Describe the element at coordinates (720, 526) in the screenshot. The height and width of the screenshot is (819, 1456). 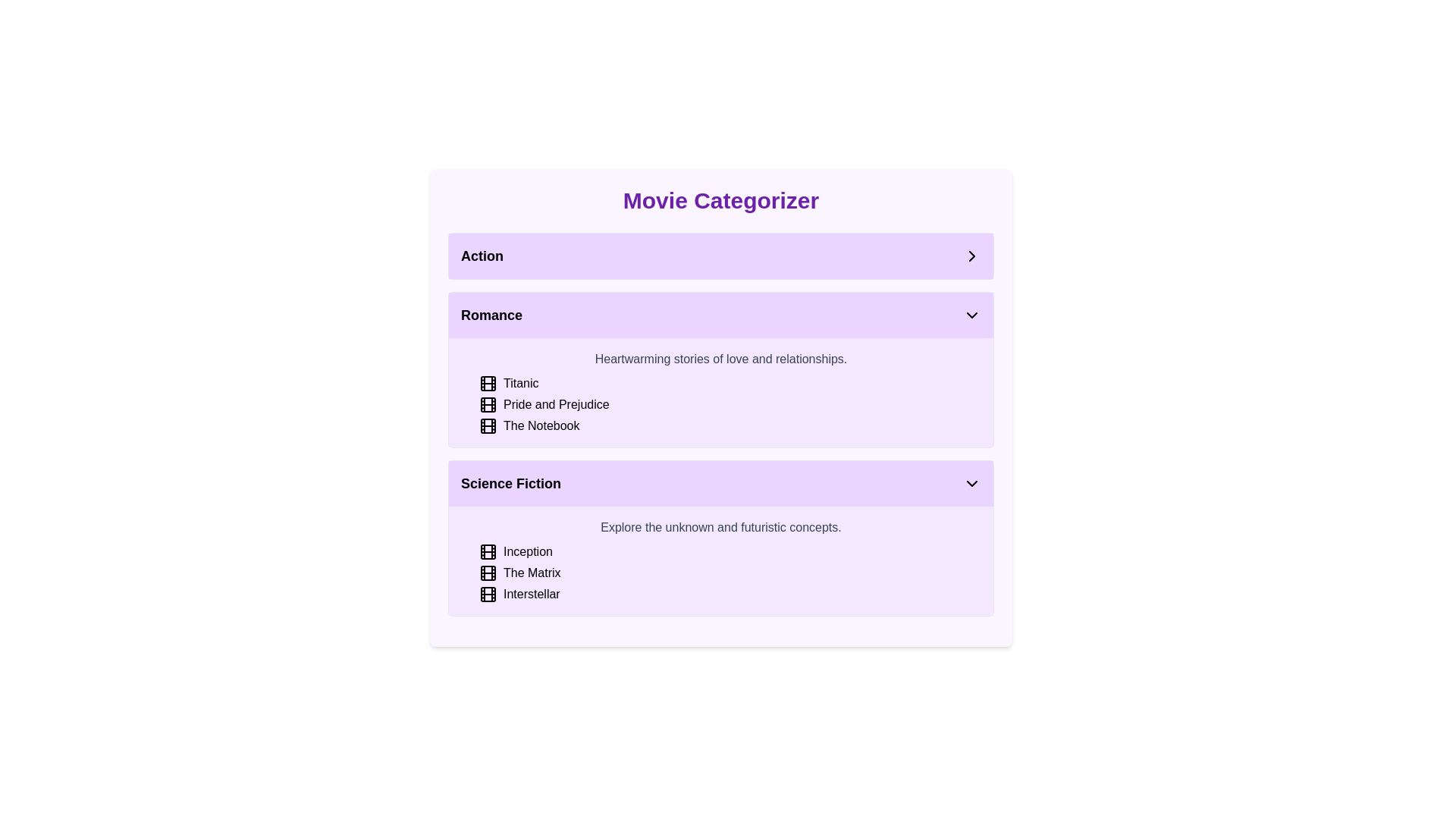
I see `text label that is styled in gray and reads 'Explore the unknown and futuristic concepts.' located in the 'Science Fiction' section near the top` at that location.